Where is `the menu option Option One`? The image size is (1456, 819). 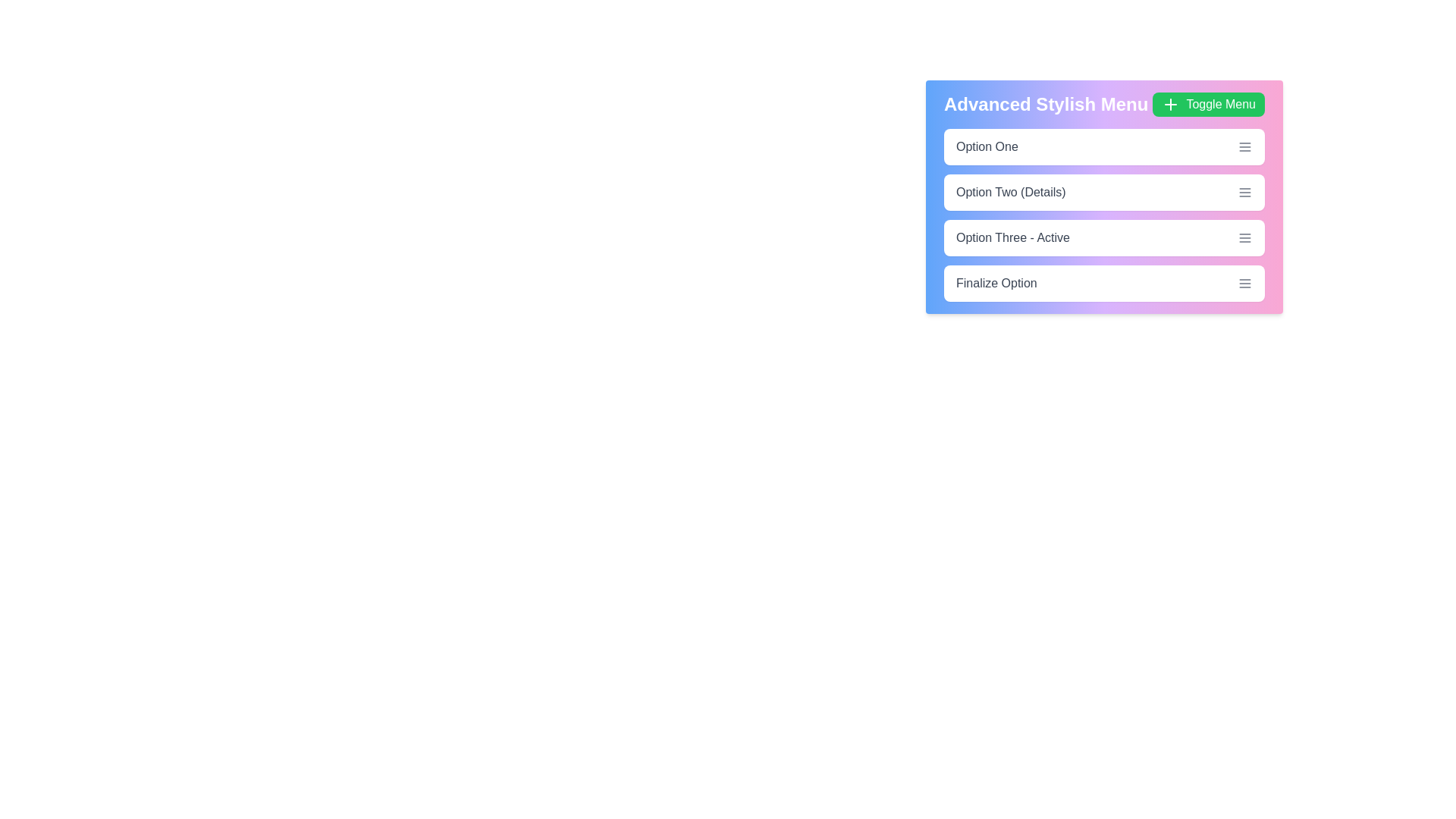 the menu option Option One is located at coordinates (1104, 146).